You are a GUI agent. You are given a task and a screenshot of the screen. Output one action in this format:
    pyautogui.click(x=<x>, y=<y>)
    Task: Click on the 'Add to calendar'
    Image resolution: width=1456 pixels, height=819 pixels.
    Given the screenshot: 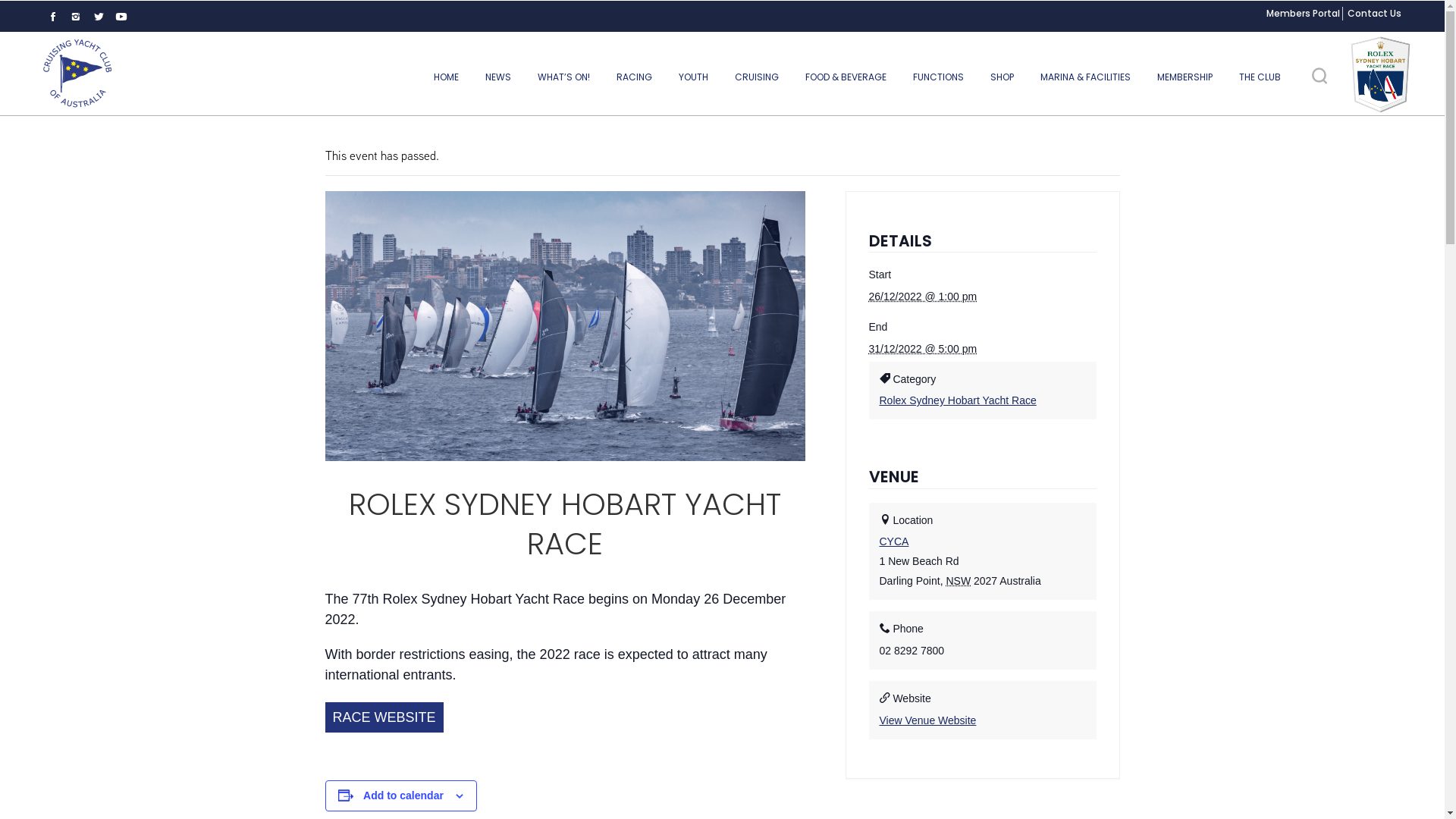 What is the action you would take?
    pyautogui.click(x=362, y=795)
    